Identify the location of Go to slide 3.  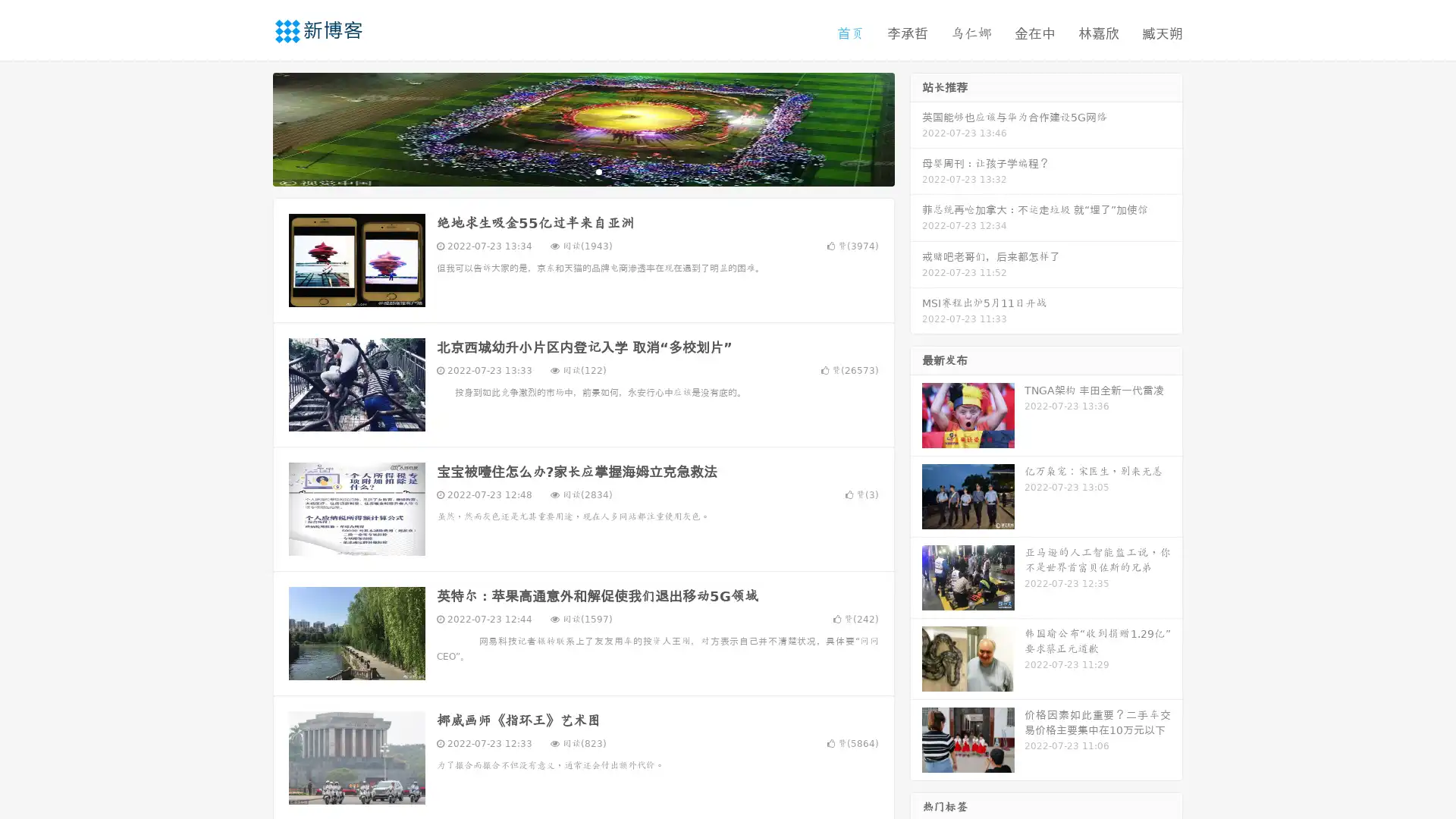
(598, 171).